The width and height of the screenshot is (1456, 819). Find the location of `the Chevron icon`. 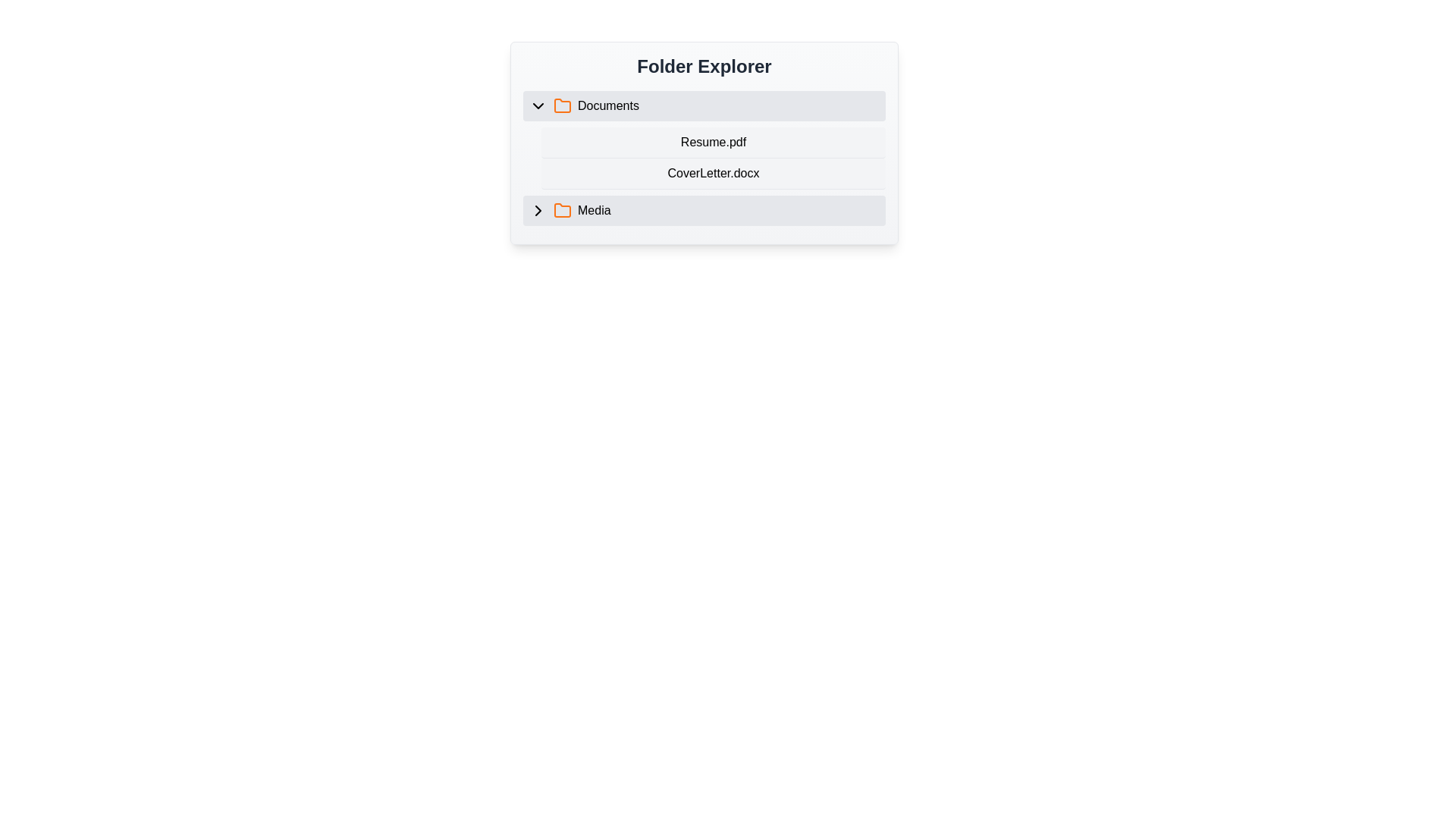

the Chevron icon is located at coordinates (538, 210).